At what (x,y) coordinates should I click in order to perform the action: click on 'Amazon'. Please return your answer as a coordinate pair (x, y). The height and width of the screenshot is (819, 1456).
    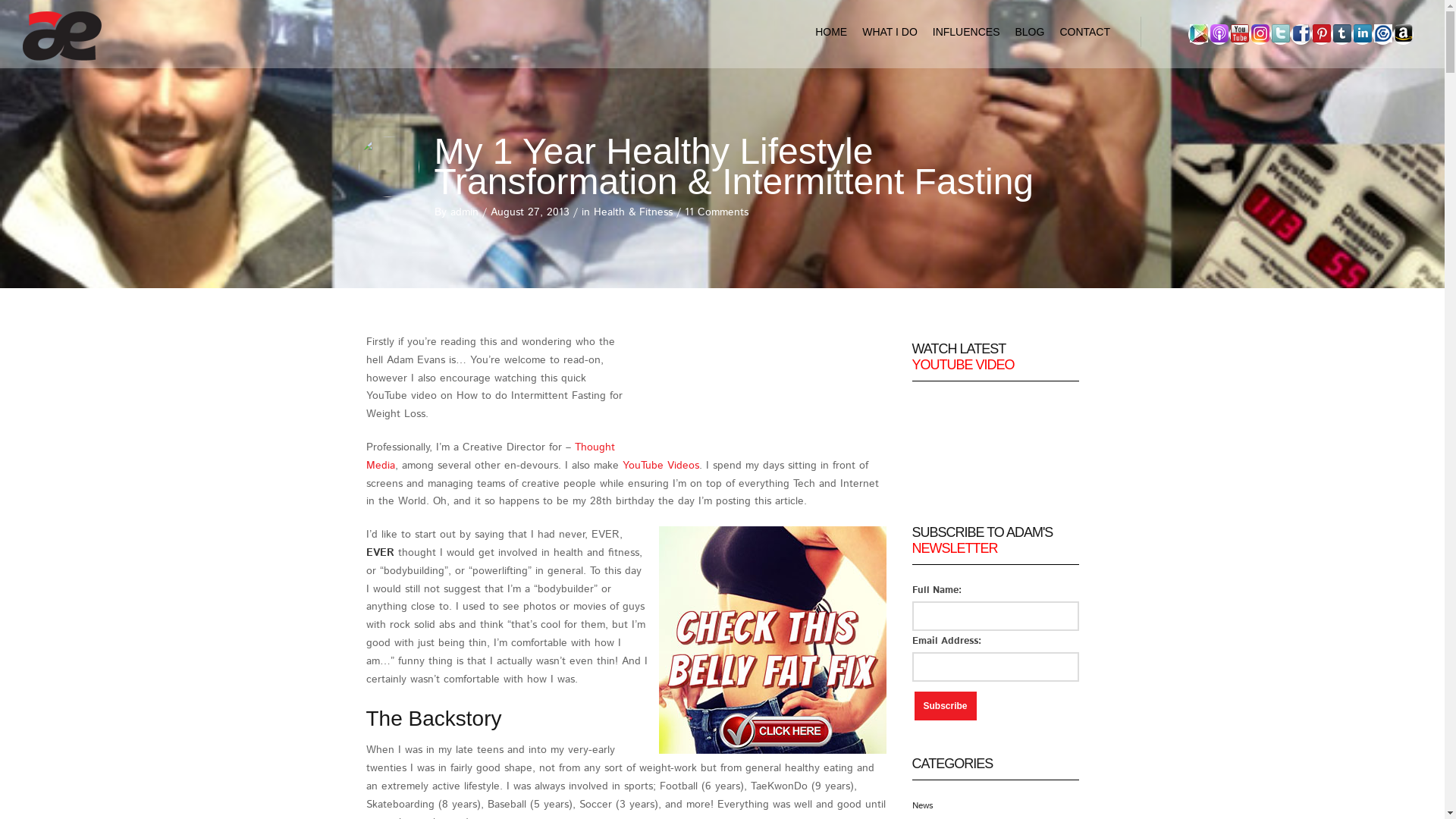
    Looking at the image, I should click on (1401, 34).